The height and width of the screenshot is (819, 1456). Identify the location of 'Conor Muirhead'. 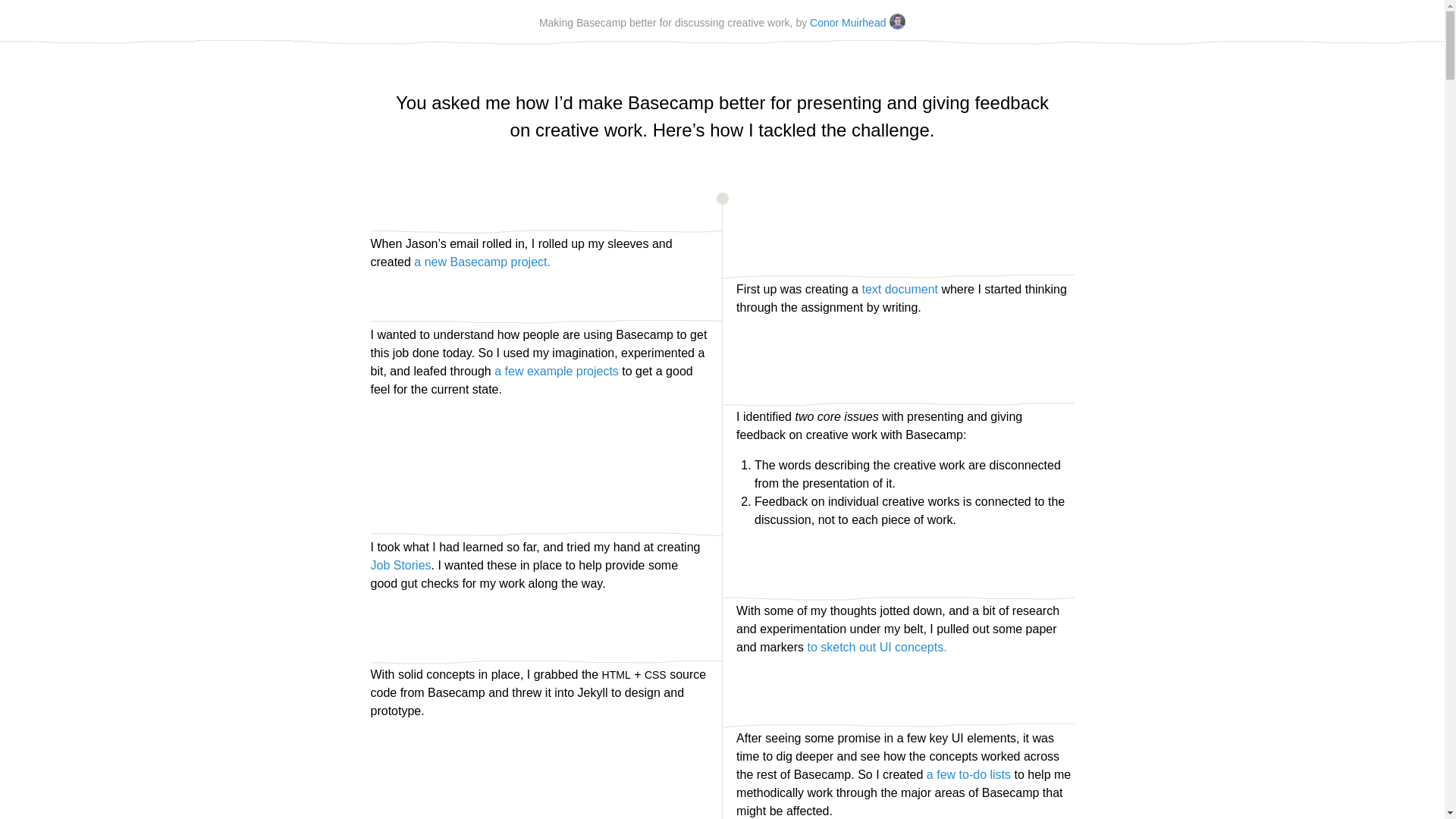
(858, 23).